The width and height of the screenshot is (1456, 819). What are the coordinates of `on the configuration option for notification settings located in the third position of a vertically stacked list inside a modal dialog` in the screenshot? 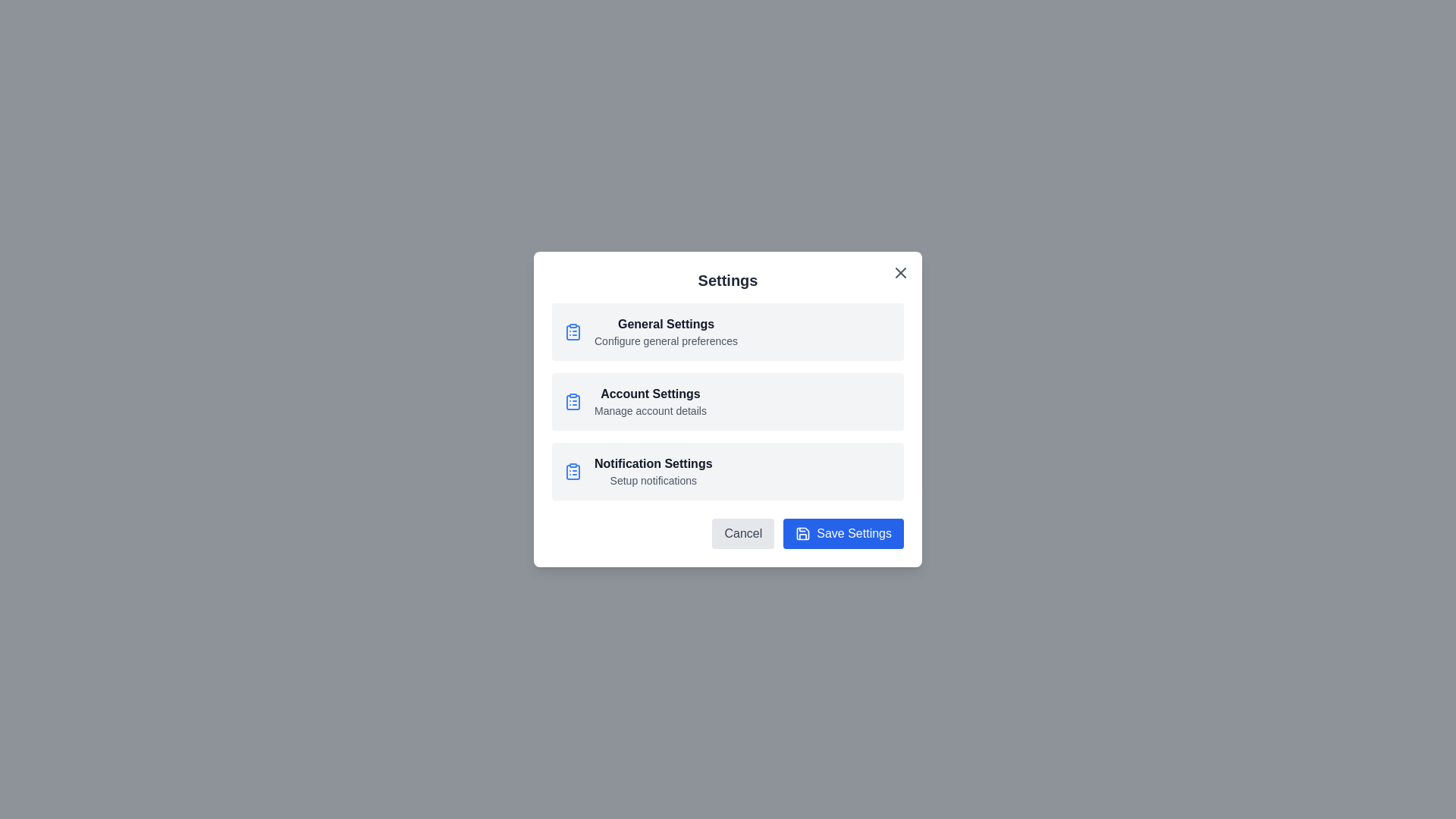 It's located at (728, 470).